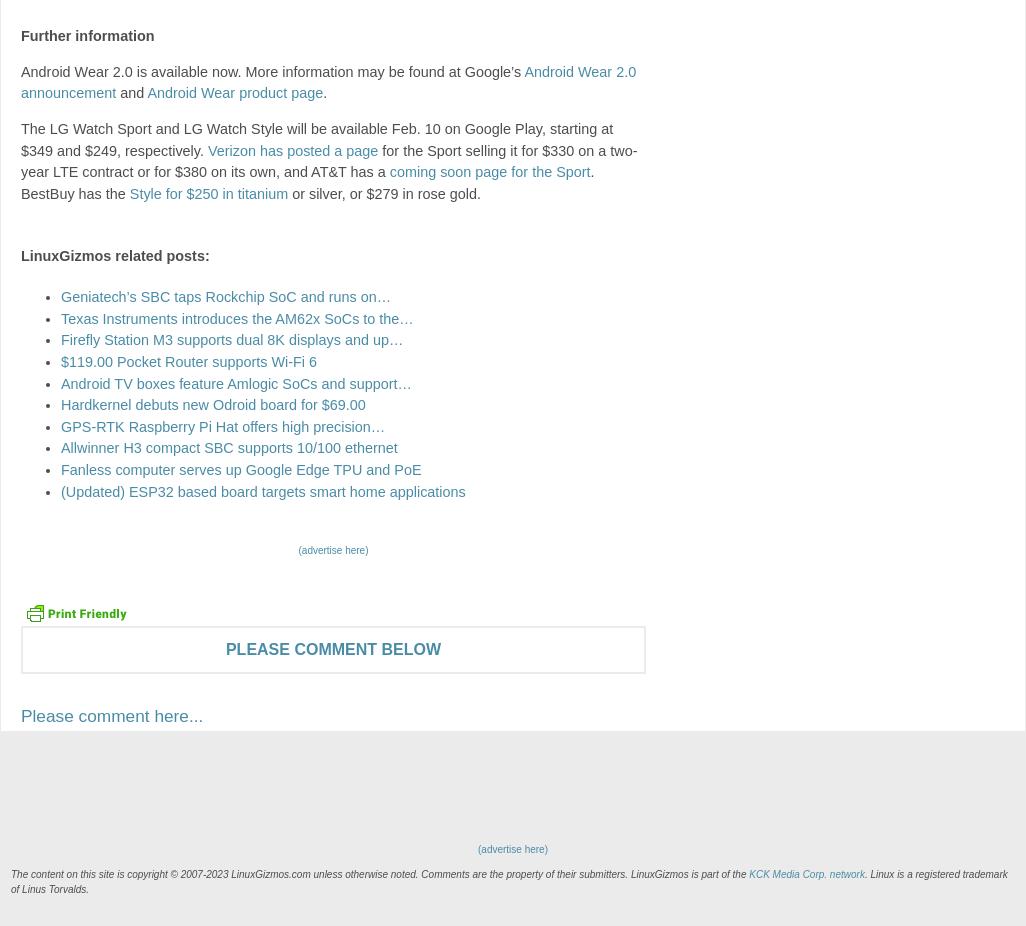  I want to click on 'Further information', so click(86, 34).